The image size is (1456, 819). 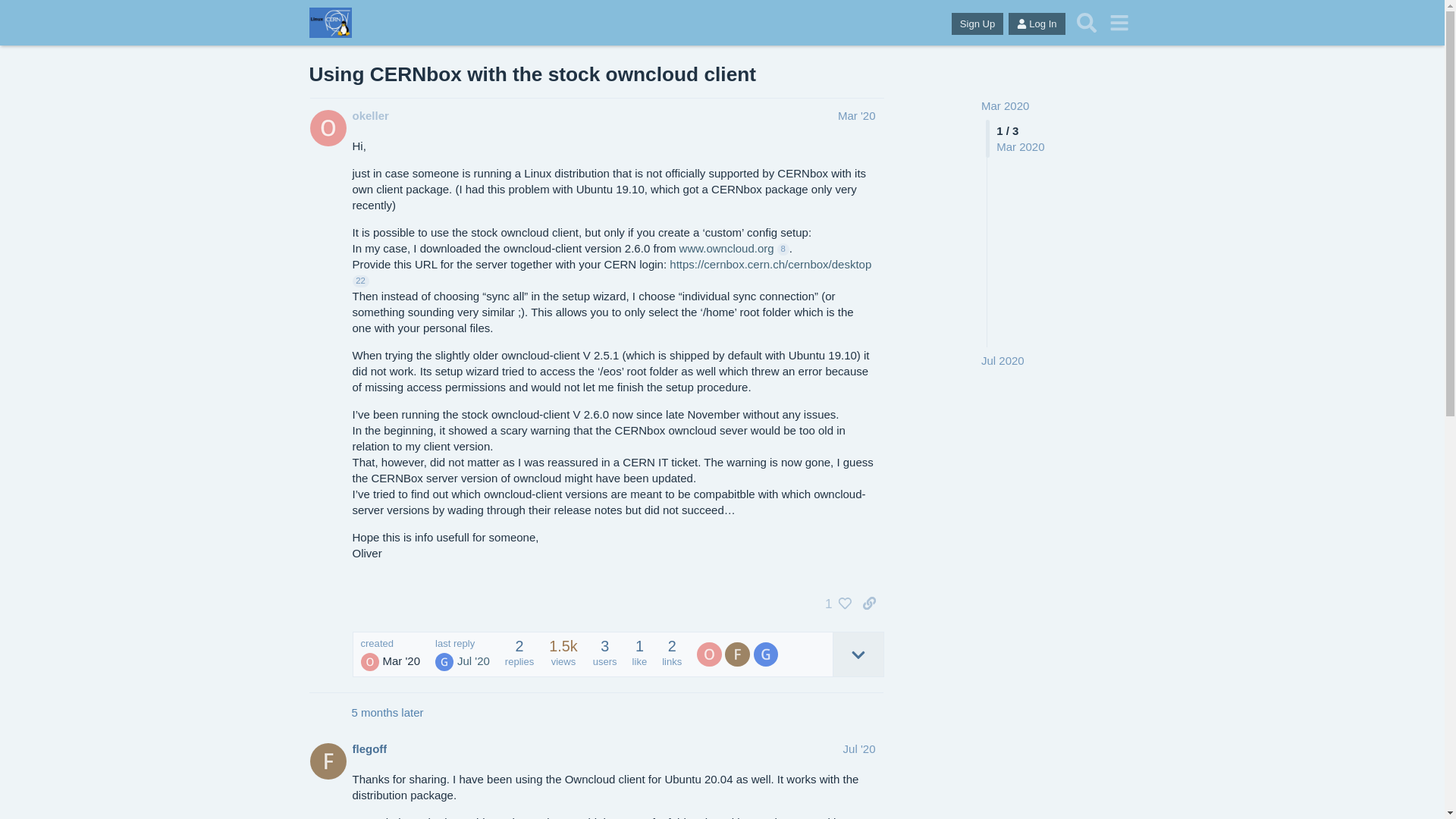 What do you see at coordinates (734, 247) in the screenshot?
I see `'www.owncloud.org 8'` at bounding box center [734, 247].